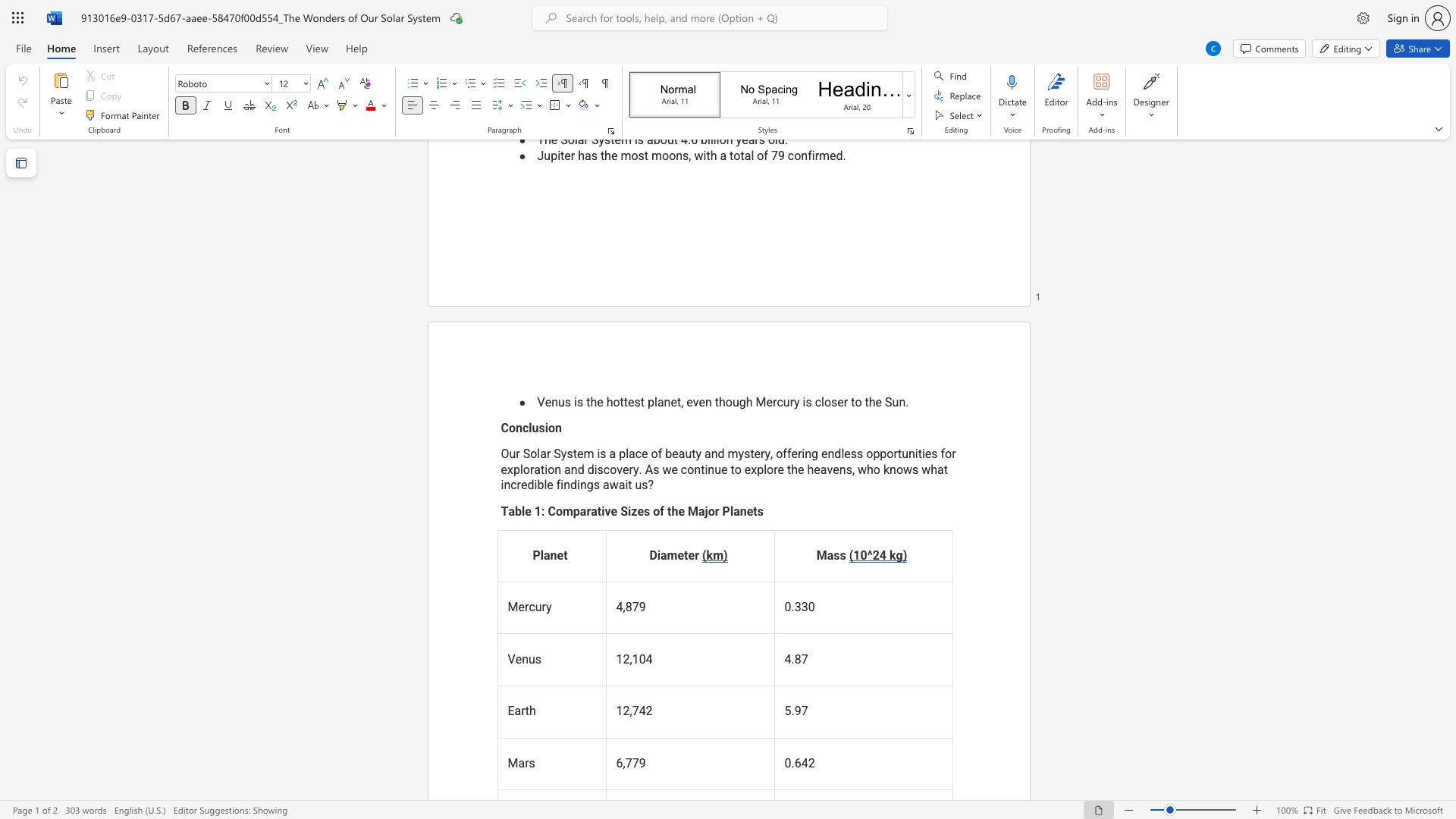  What do you see at coordinates (744, 469) in the screenshot?
I see `the subset text "explore the heavens, who knows w" within the text "Our Solar System is a place of beauty and mystery, offering endless opportunities for exploration and discovery. As we continue to explore the heavens, who knows what incredible findings await us?"` at bounding box center [744, 469].